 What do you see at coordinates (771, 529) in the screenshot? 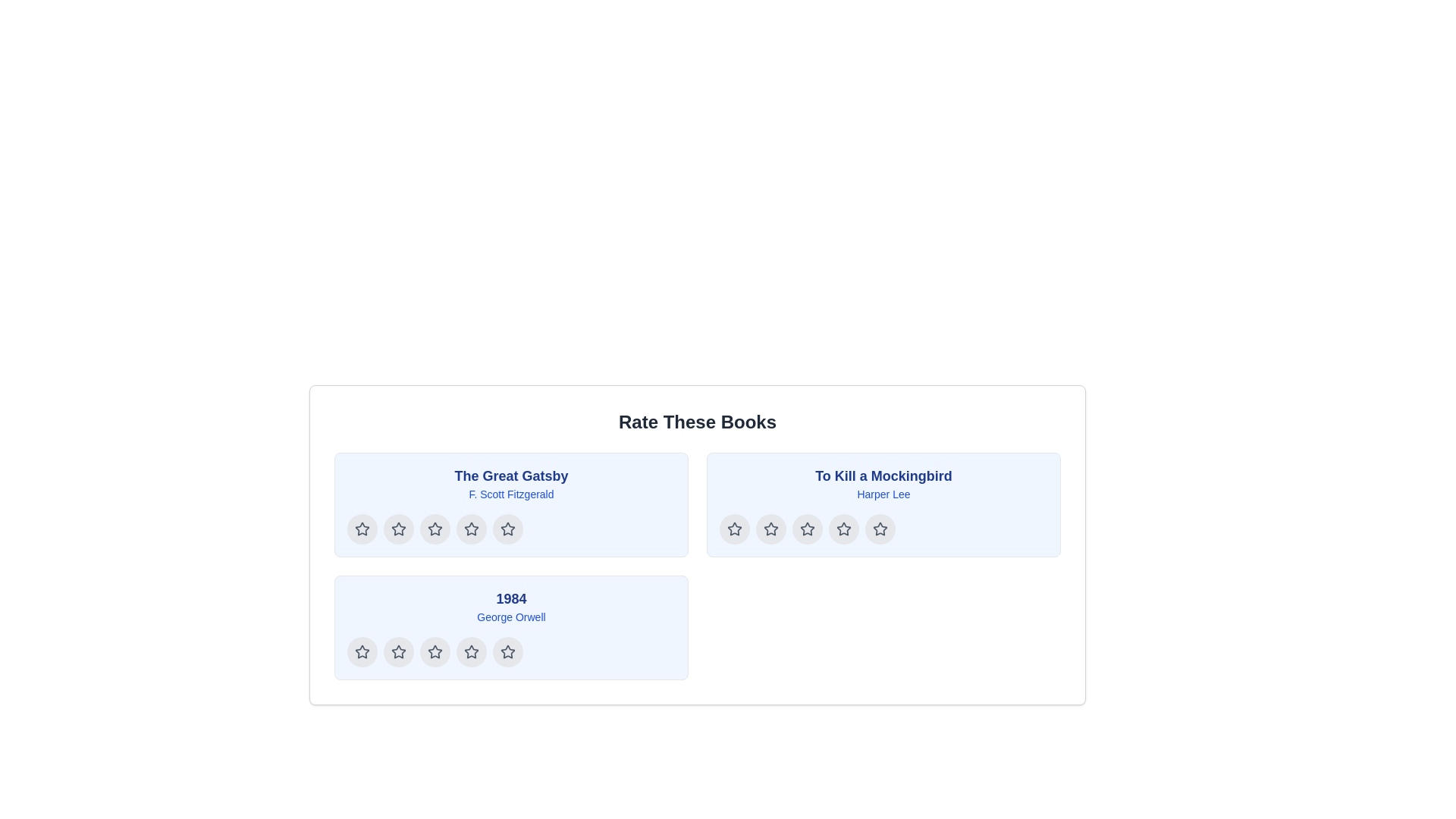
I see `the second star rating button under the 'To Kill a Mockingbird' section` at bounding box center [771, 529].